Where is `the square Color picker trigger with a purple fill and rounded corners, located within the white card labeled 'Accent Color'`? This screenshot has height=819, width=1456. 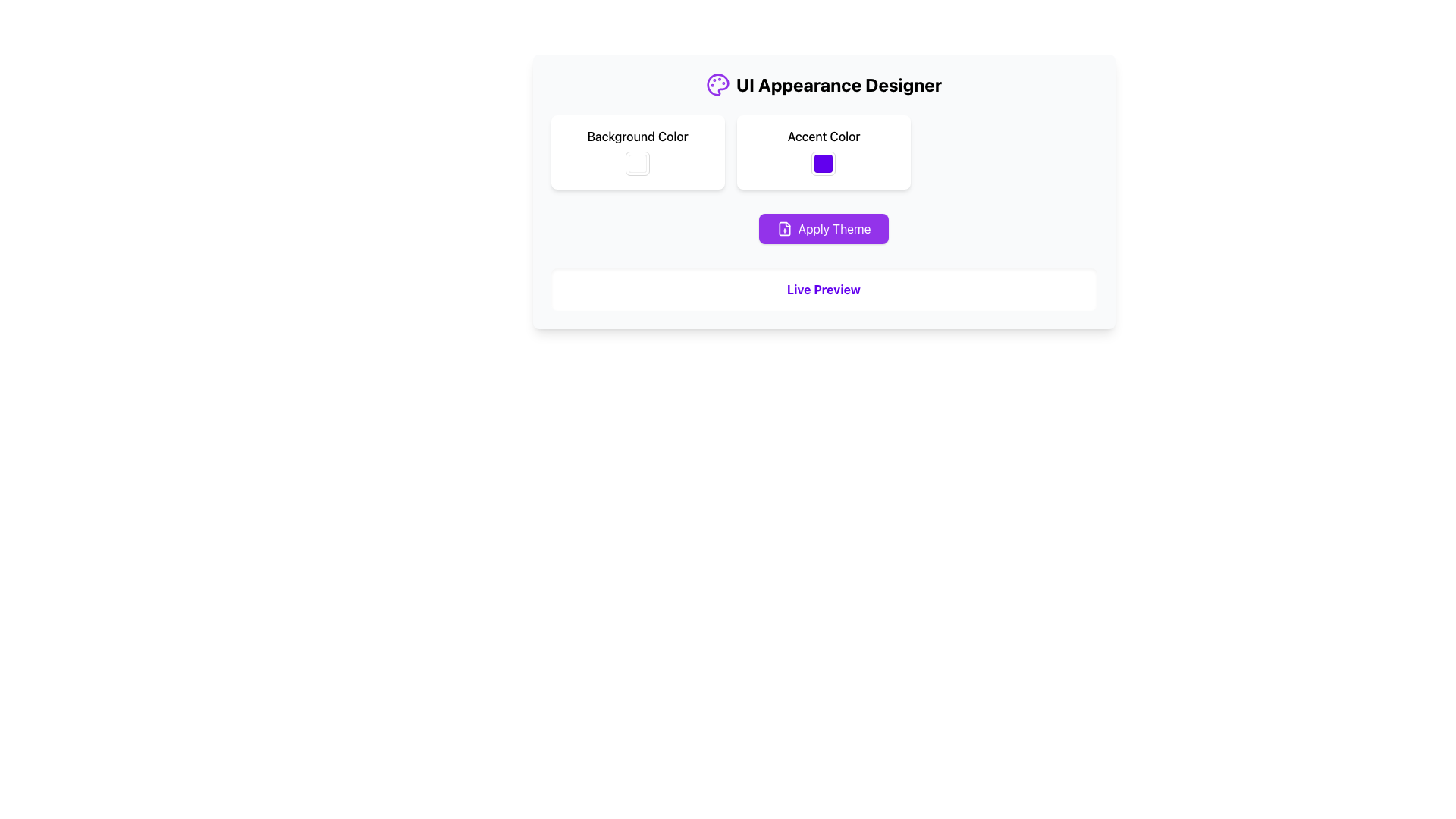
the square Color picker trigger with a purple fill and rounded corners, located within the white card labeled 'Accent Color' is located at coordinates (823, 164).